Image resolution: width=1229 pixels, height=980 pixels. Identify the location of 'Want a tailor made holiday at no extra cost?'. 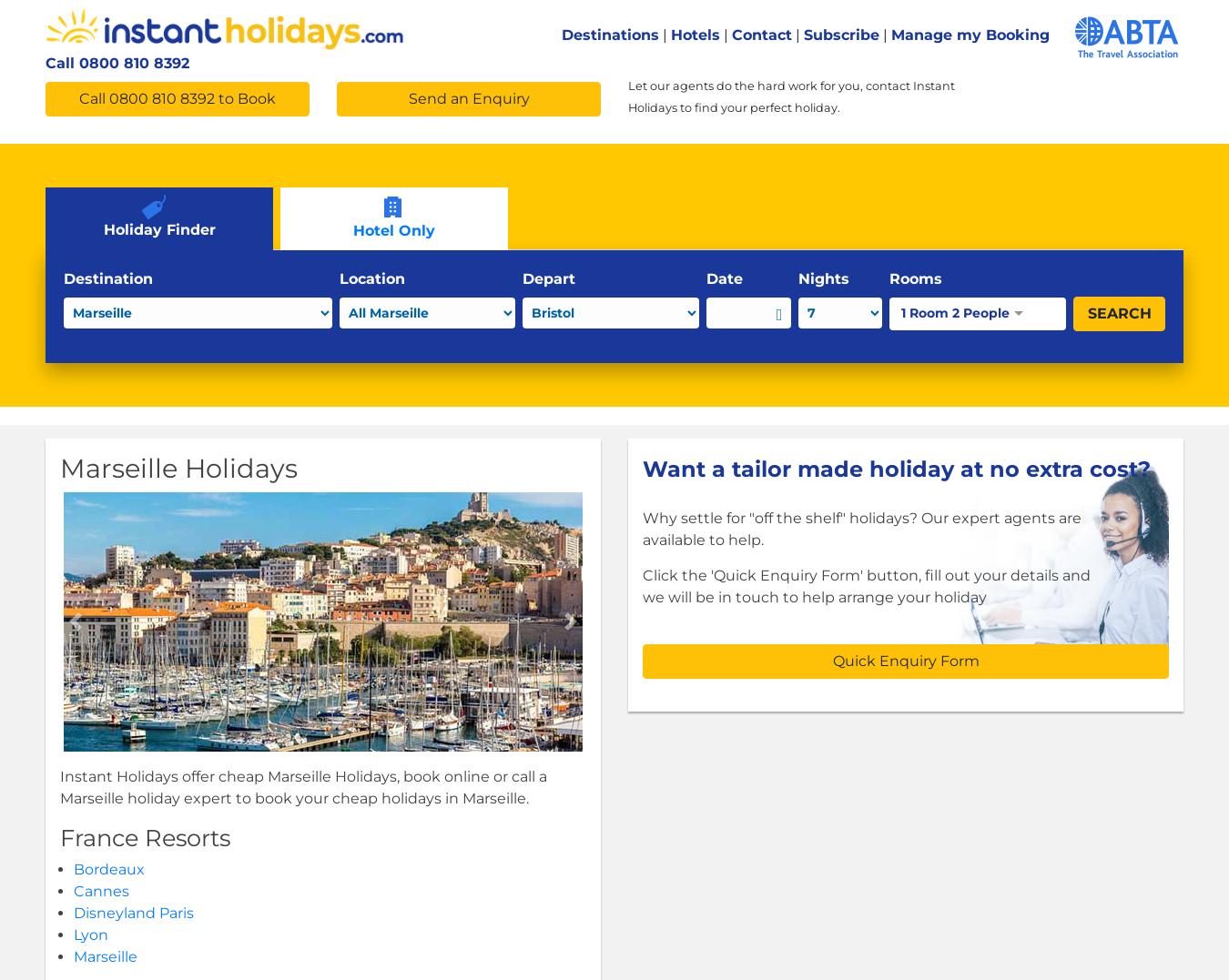
(895, 467).